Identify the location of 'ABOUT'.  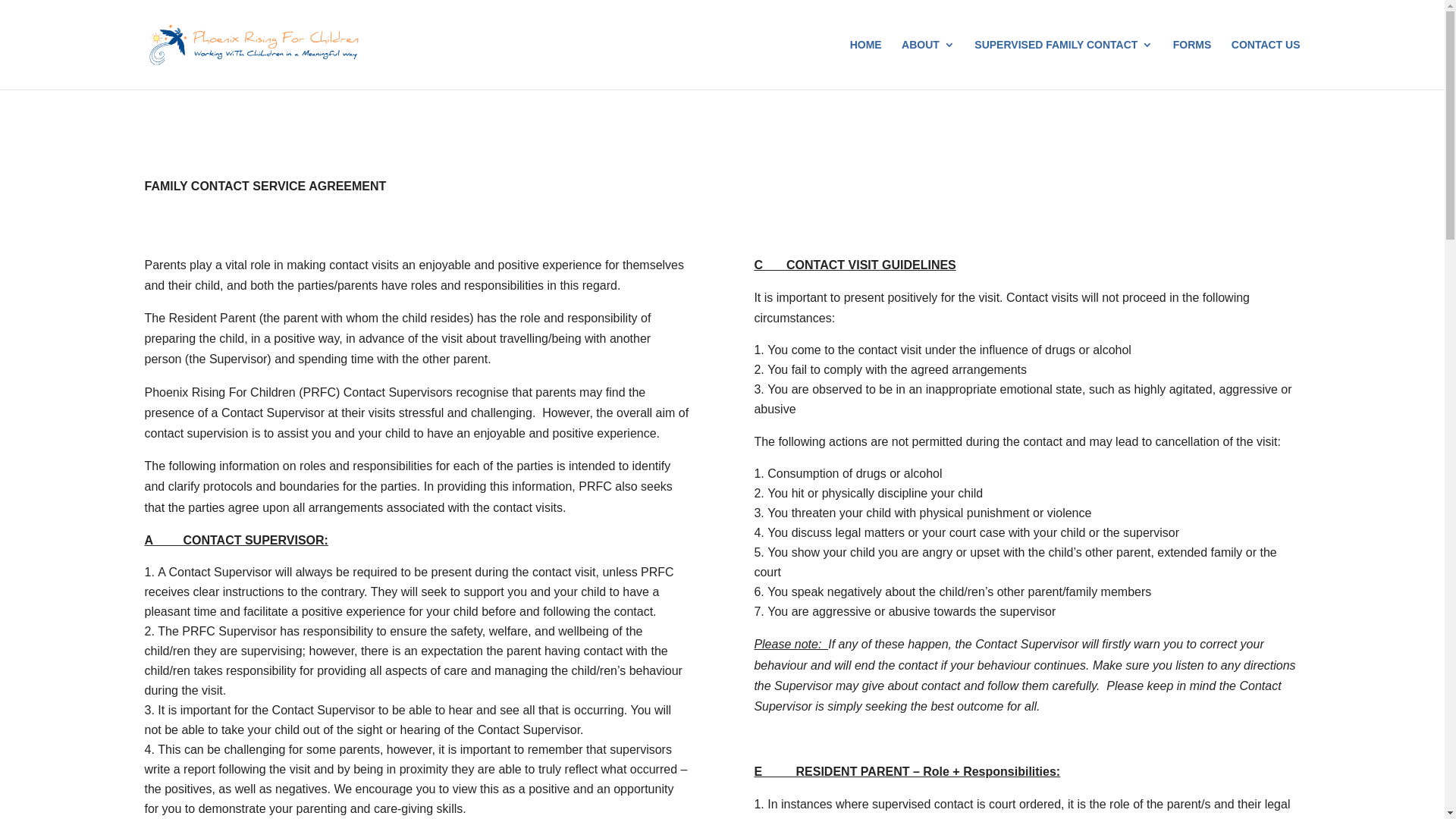
(927, 63).